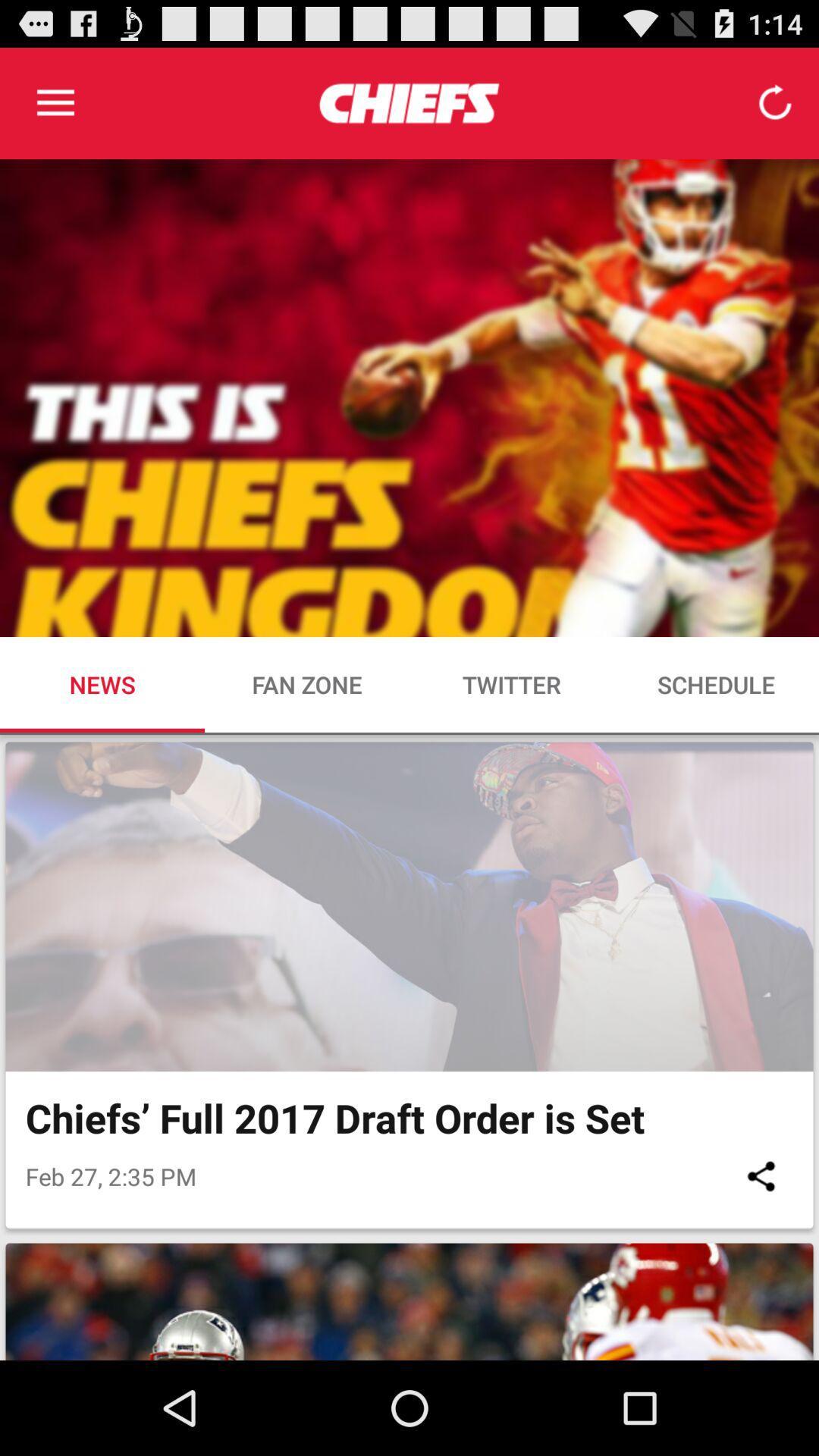 This screenshot has width=819, height=1456. Describe the element at coordinates (761, 1175) in the screenshot. I see `icon next to feb 27 2 item` at that location.